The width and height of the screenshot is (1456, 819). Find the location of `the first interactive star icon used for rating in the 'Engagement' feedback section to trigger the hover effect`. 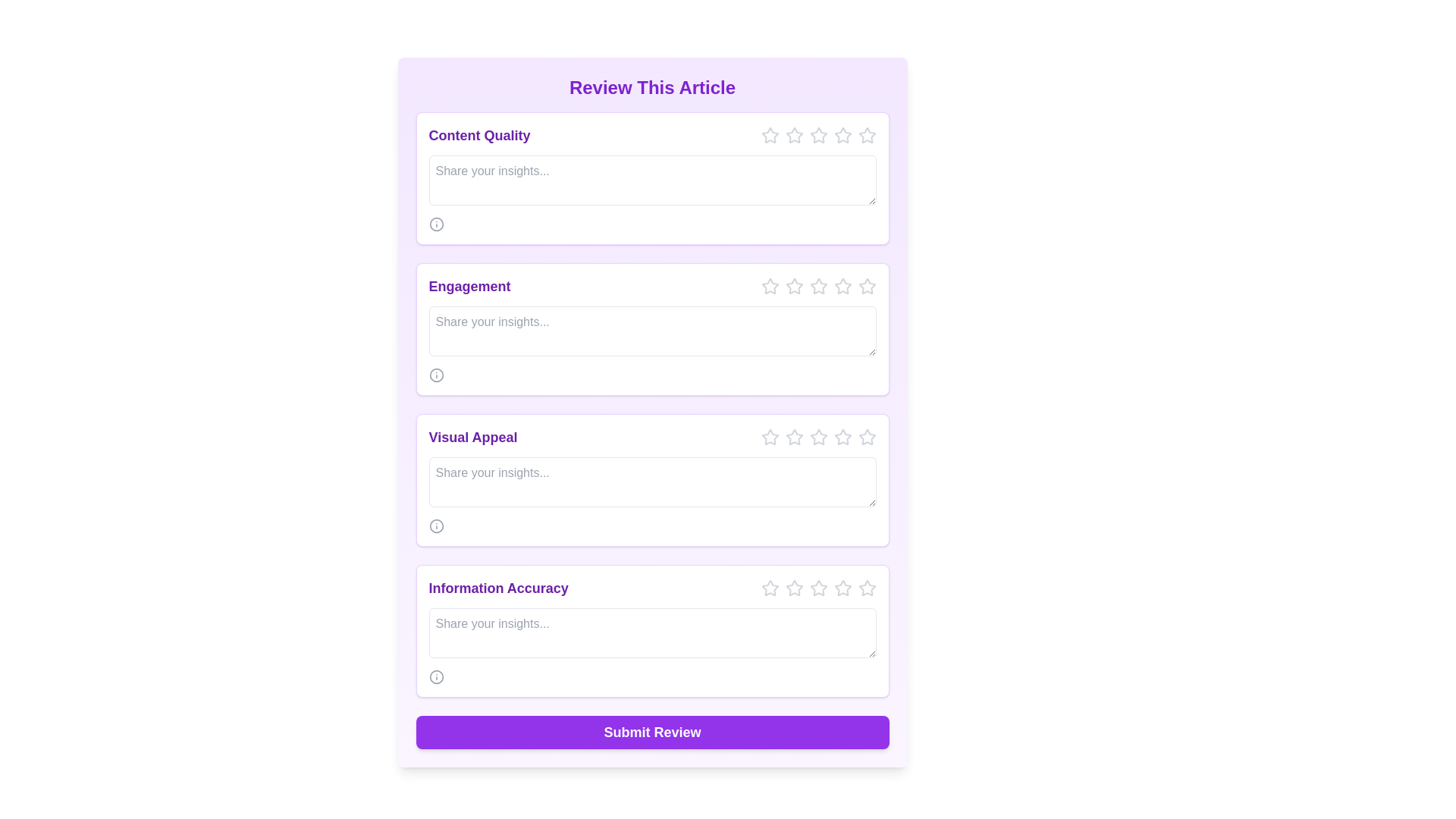

the first interactive star icon used for rating in the 'Engagement' feedback section to trigger the hover effect is located at coordinates (770, 287).